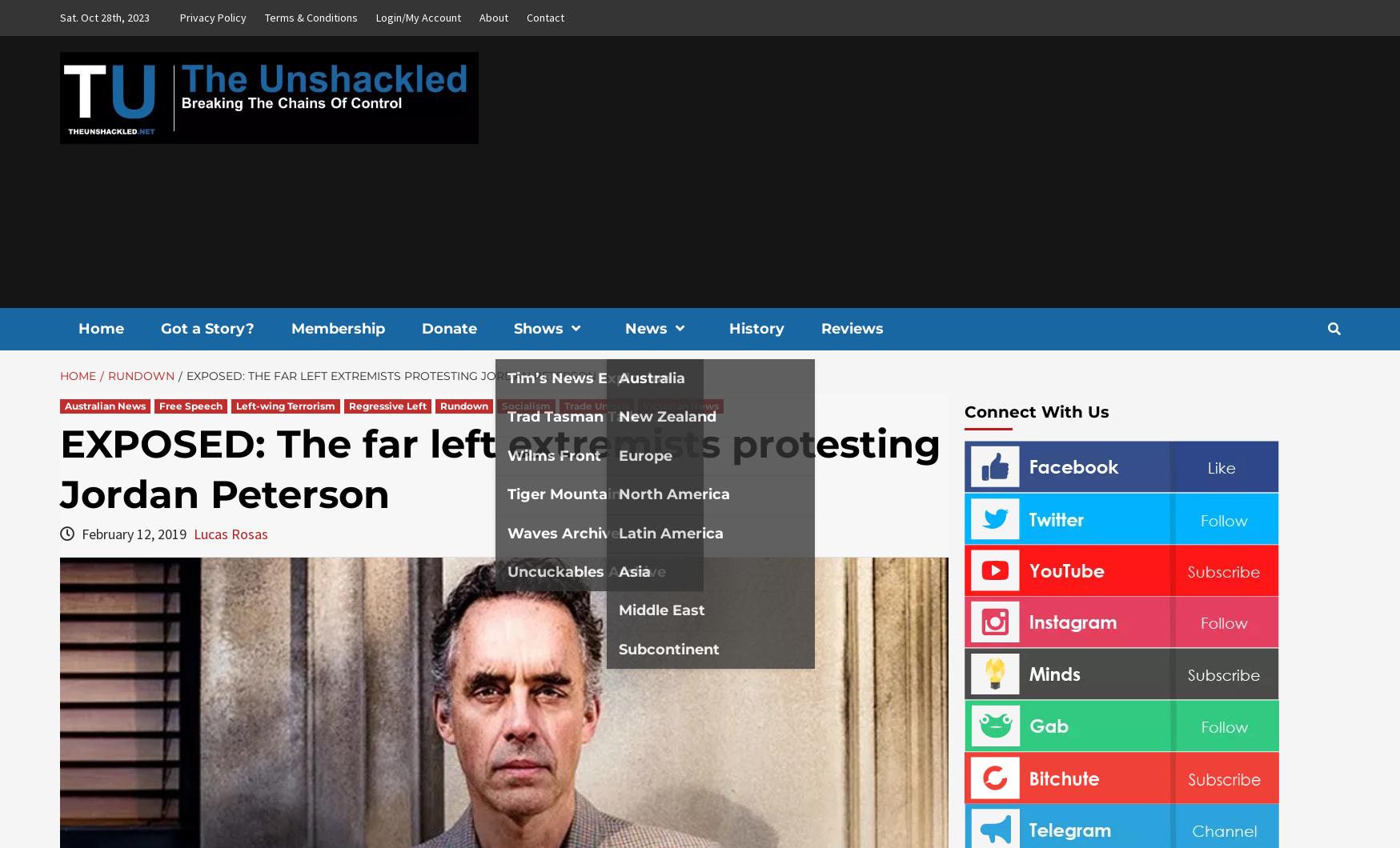 This screenshot has height=848, width=1400. I want to click on 'Contact', so click(544, 18).